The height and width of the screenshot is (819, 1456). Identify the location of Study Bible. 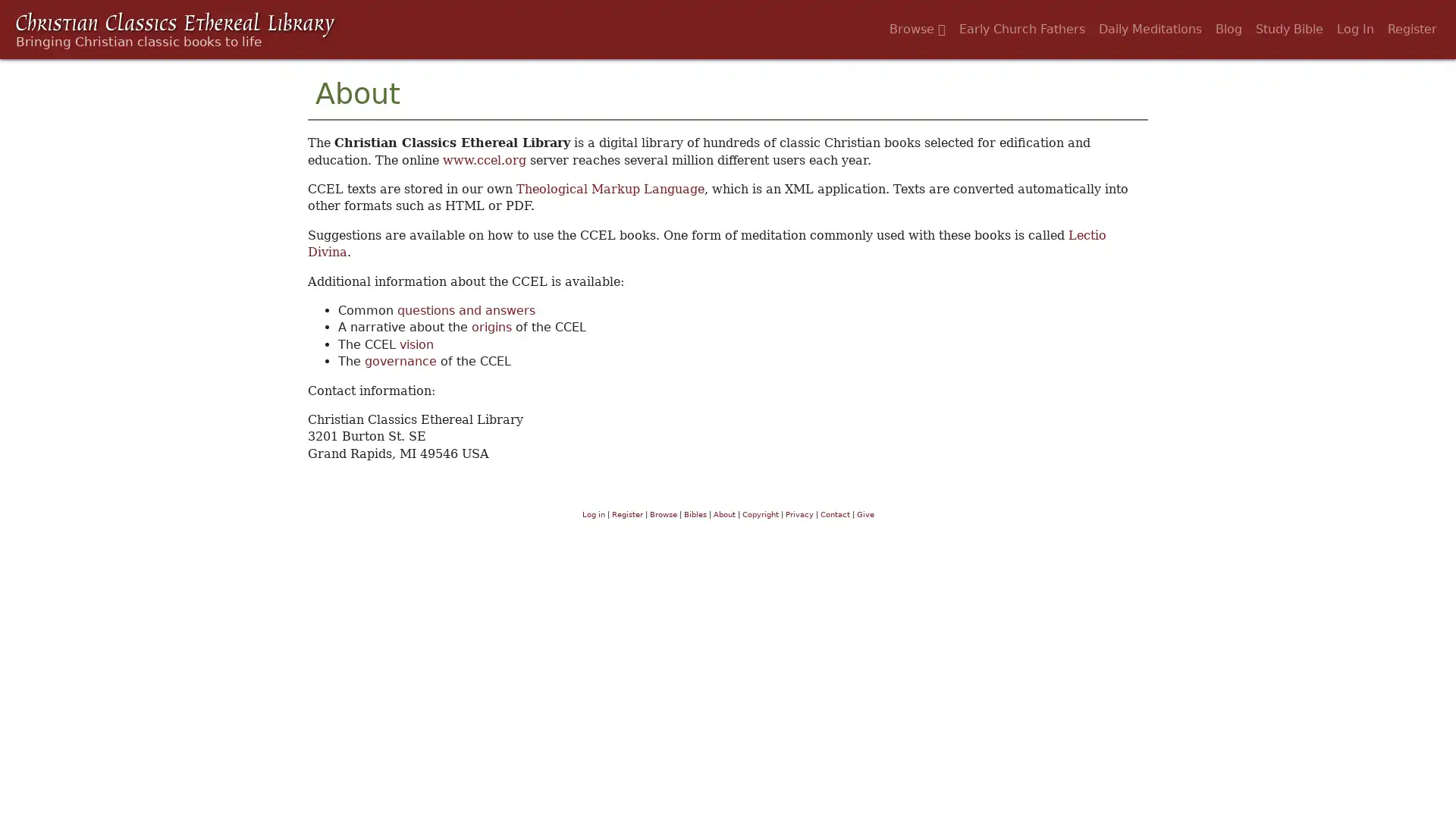
(1288, 29).